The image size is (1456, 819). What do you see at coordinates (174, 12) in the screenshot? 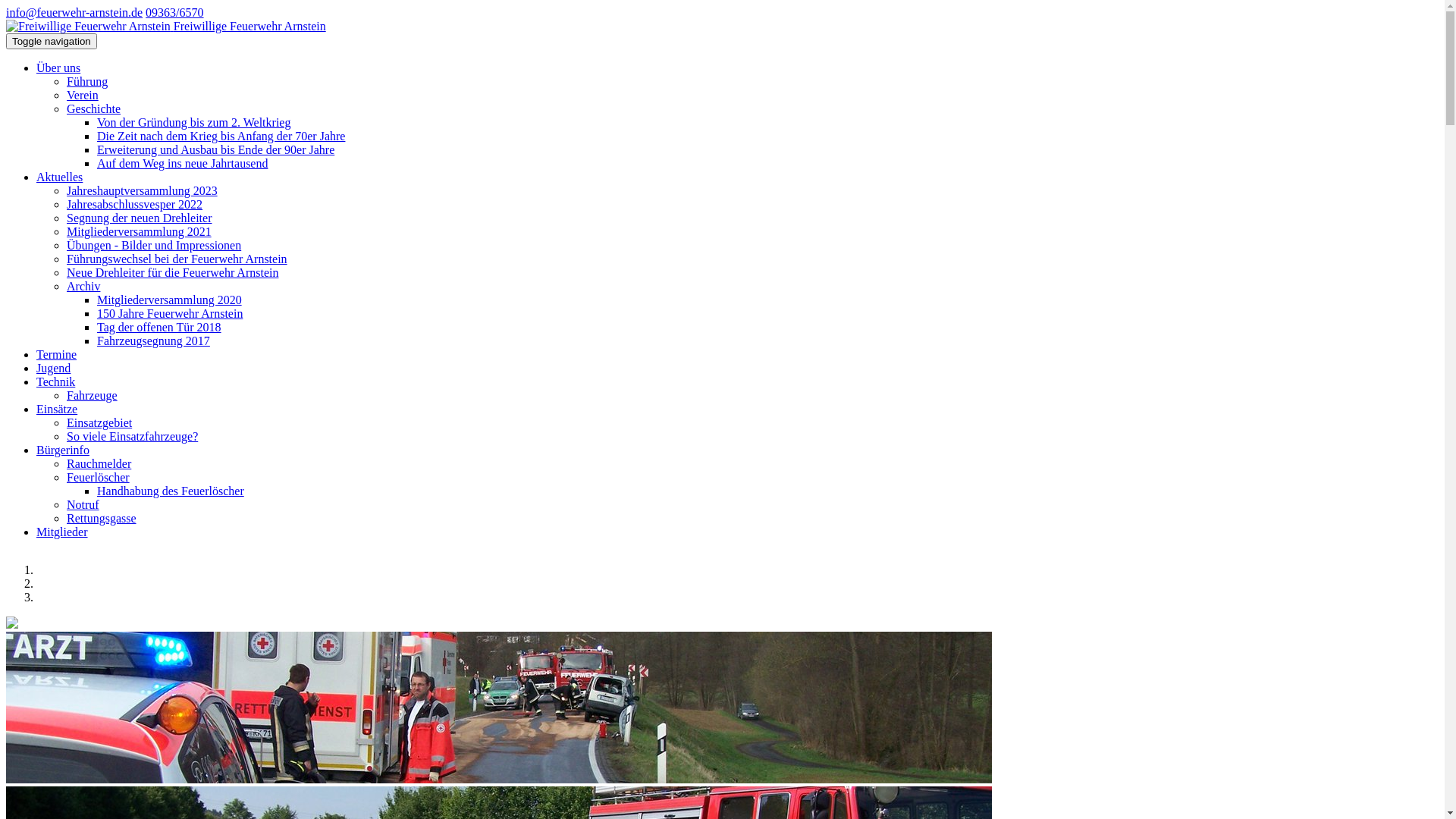
I see `'09363/6570'` at bounding box center [174, 12].